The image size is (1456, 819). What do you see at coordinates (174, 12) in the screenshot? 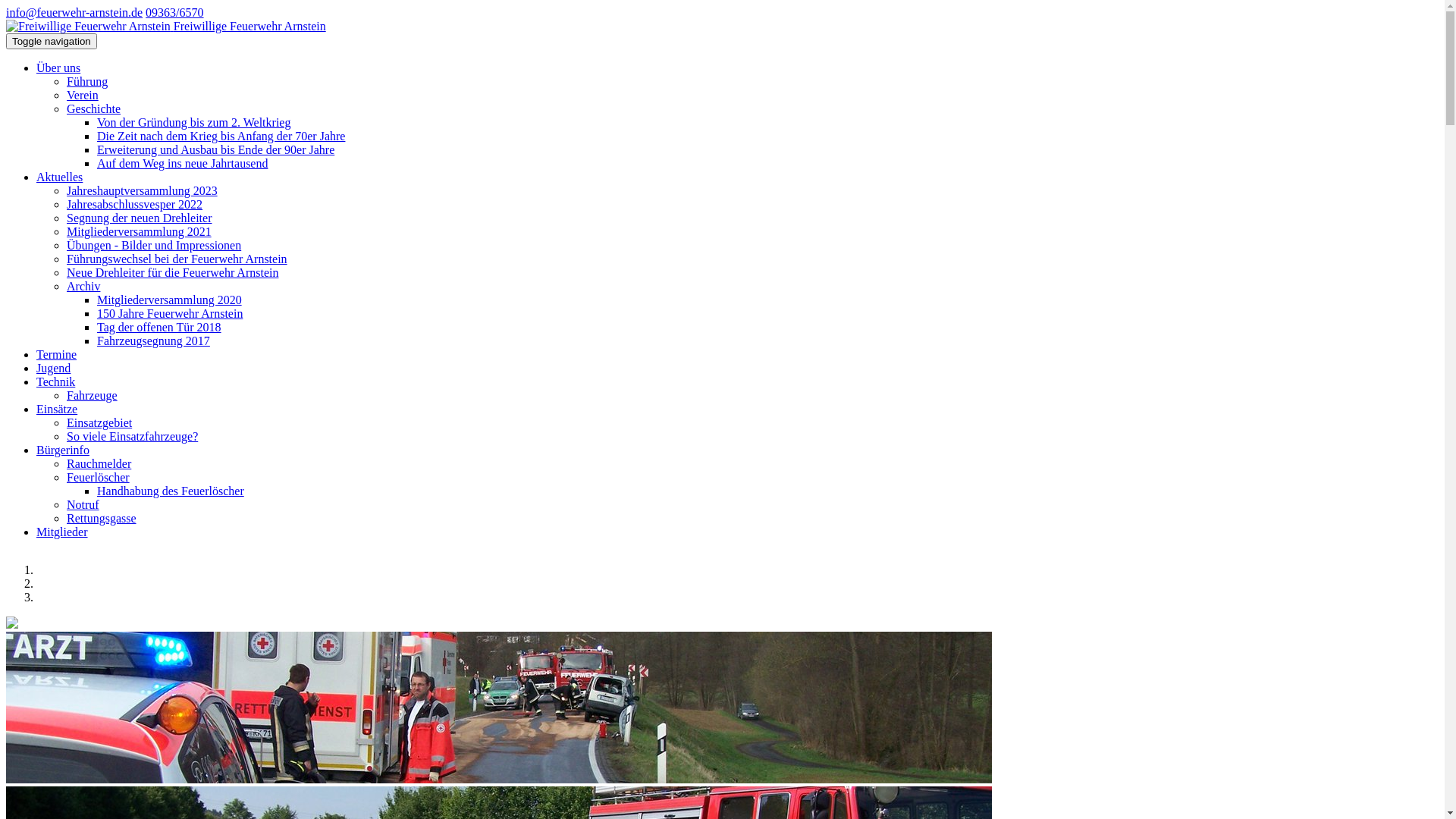
I see `'09363/6570'` at bounding box center [174, 12].